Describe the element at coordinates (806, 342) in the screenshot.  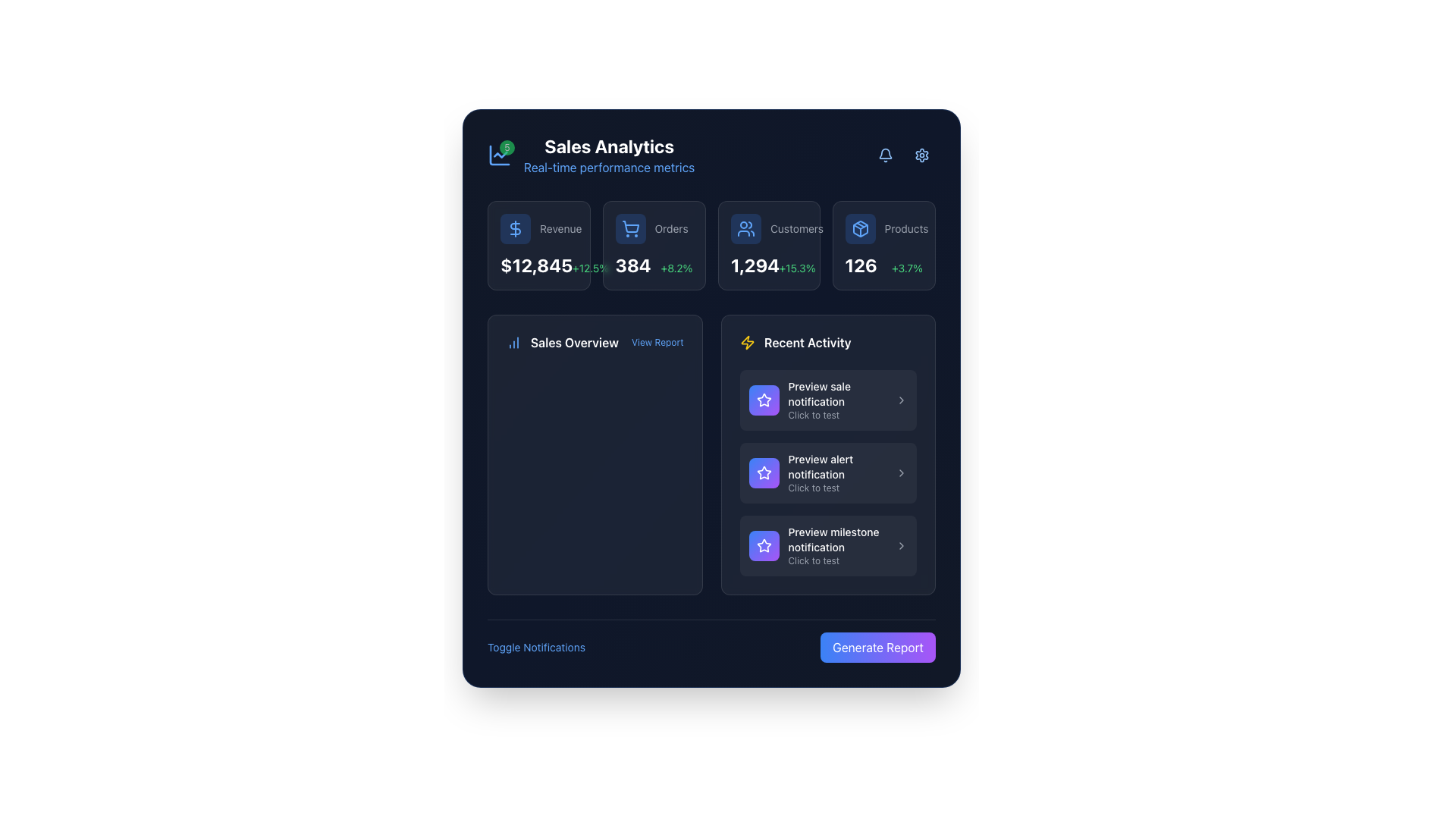
I see `the 'Recent Activity' text label, which serves as a header for the section located in the card under 'Sales Analytics' on the right-hand side of the interface` at that location.